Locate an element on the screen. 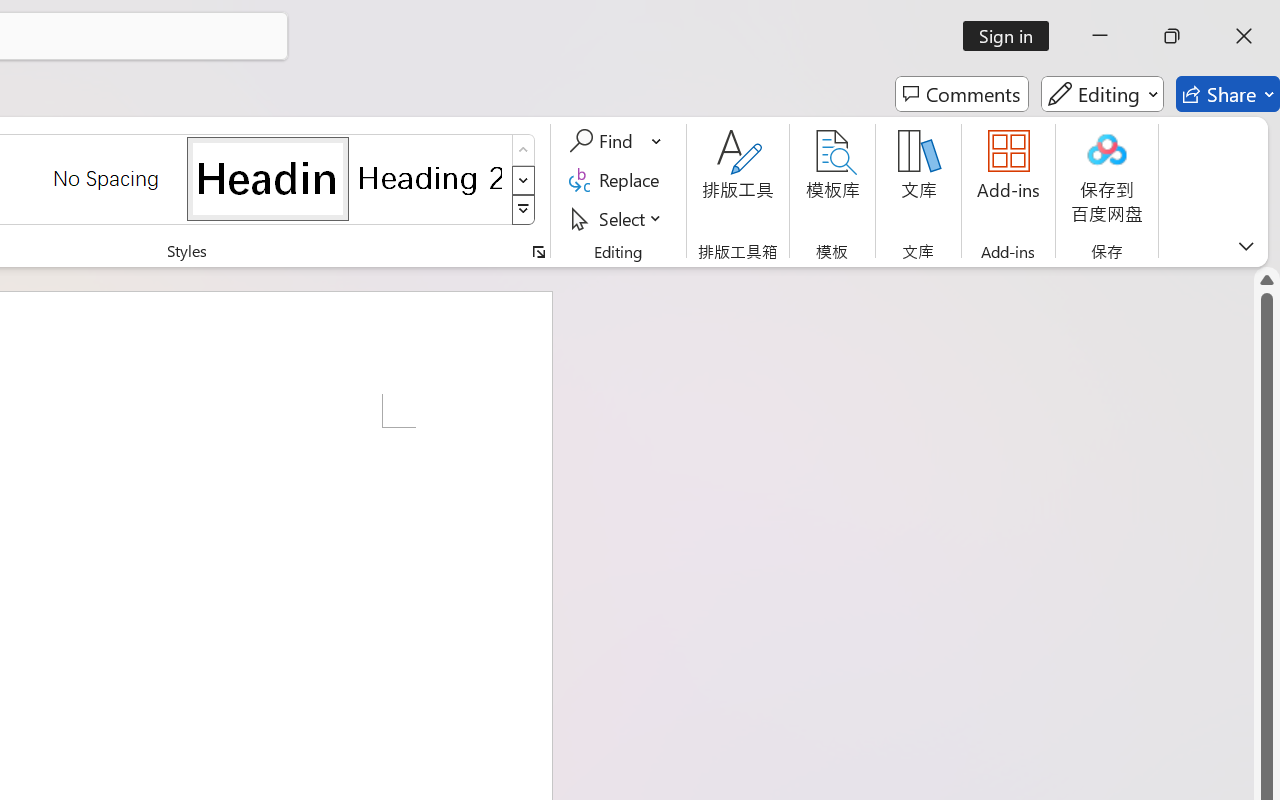  'Editing' is located at coordinates (1101, 94).